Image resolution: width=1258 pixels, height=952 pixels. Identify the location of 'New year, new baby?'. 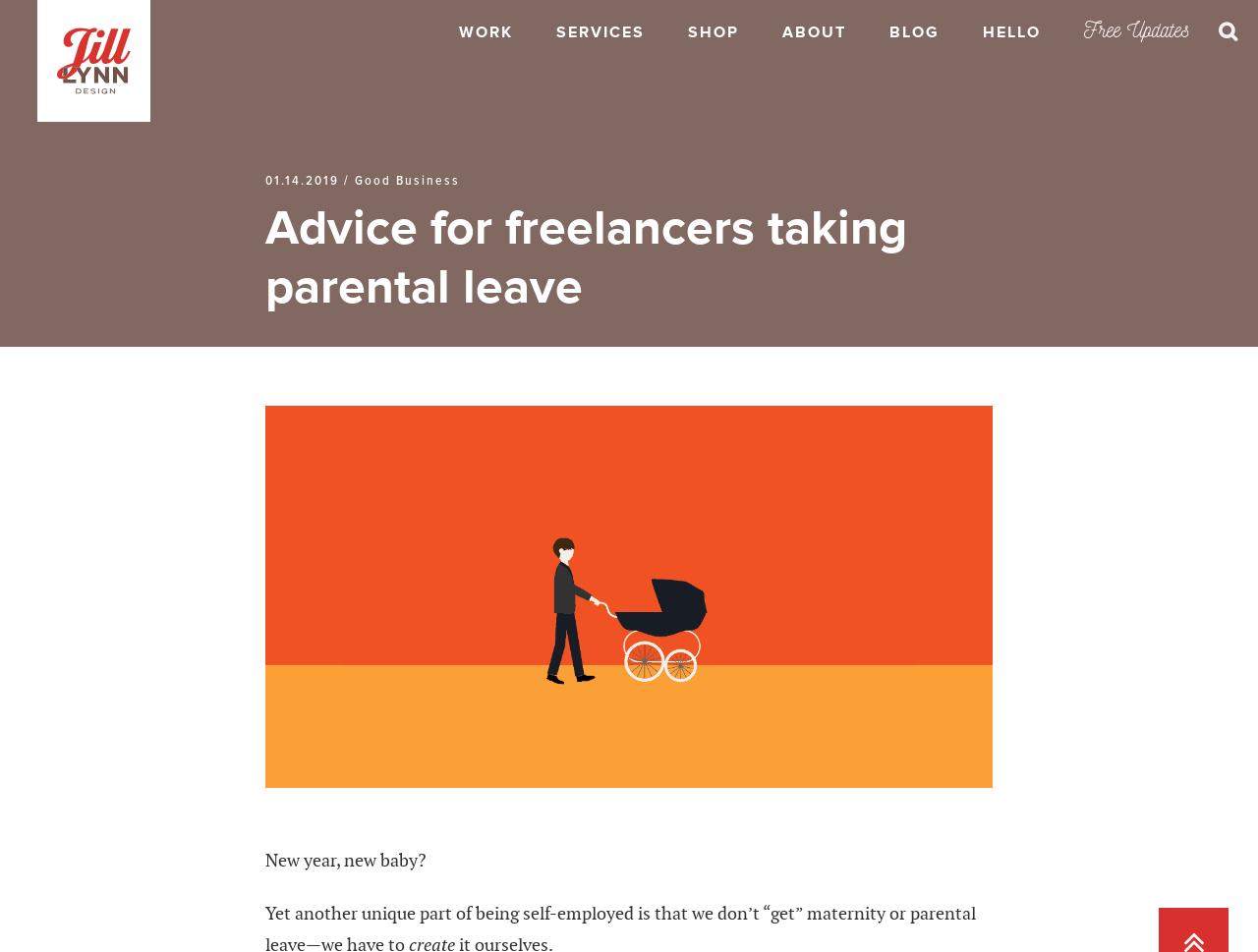
(346, 859).